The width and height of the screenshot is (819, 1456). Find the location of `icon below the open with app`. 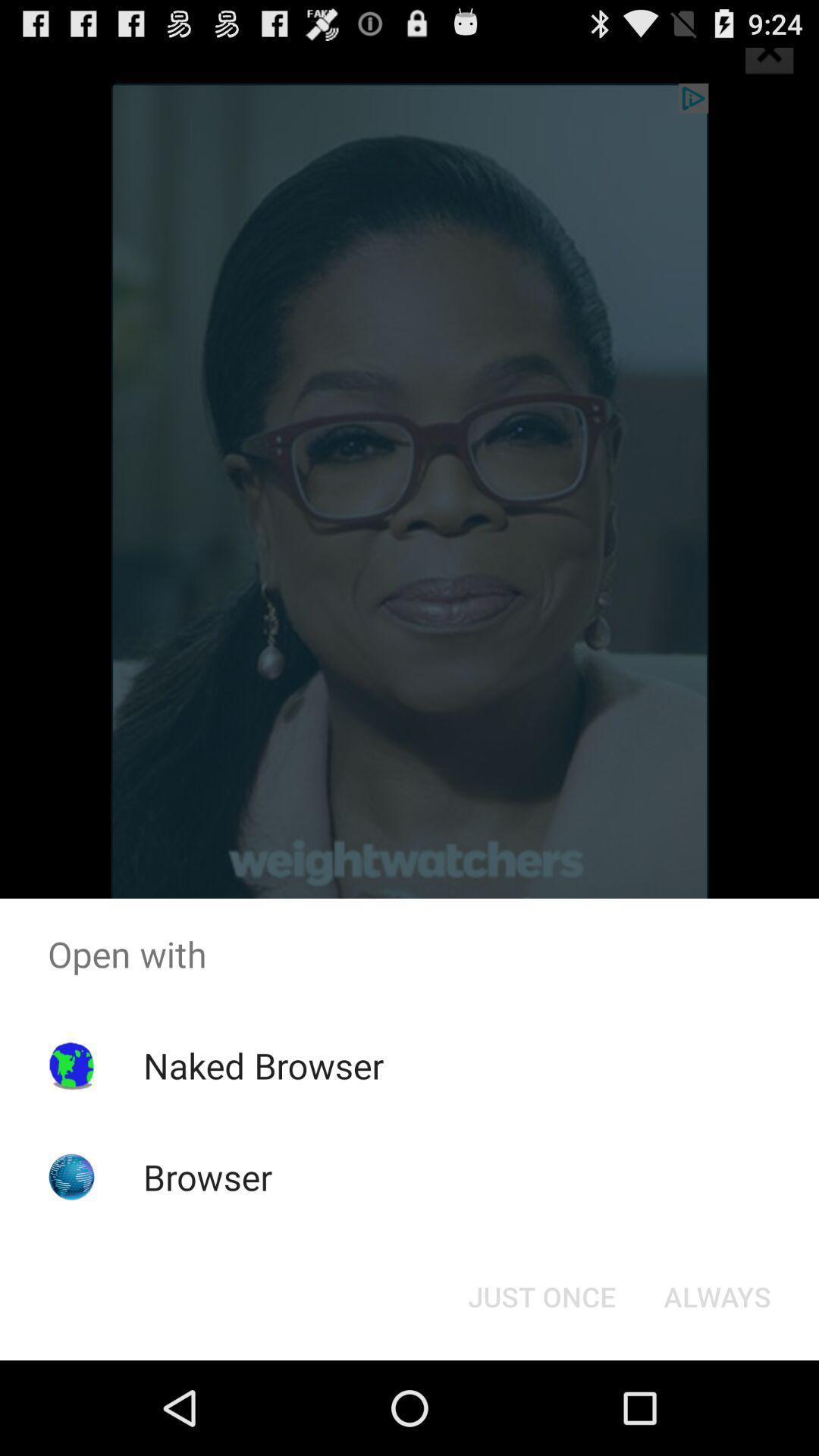

icon below the open with app is located at coordinates (262, 1065).